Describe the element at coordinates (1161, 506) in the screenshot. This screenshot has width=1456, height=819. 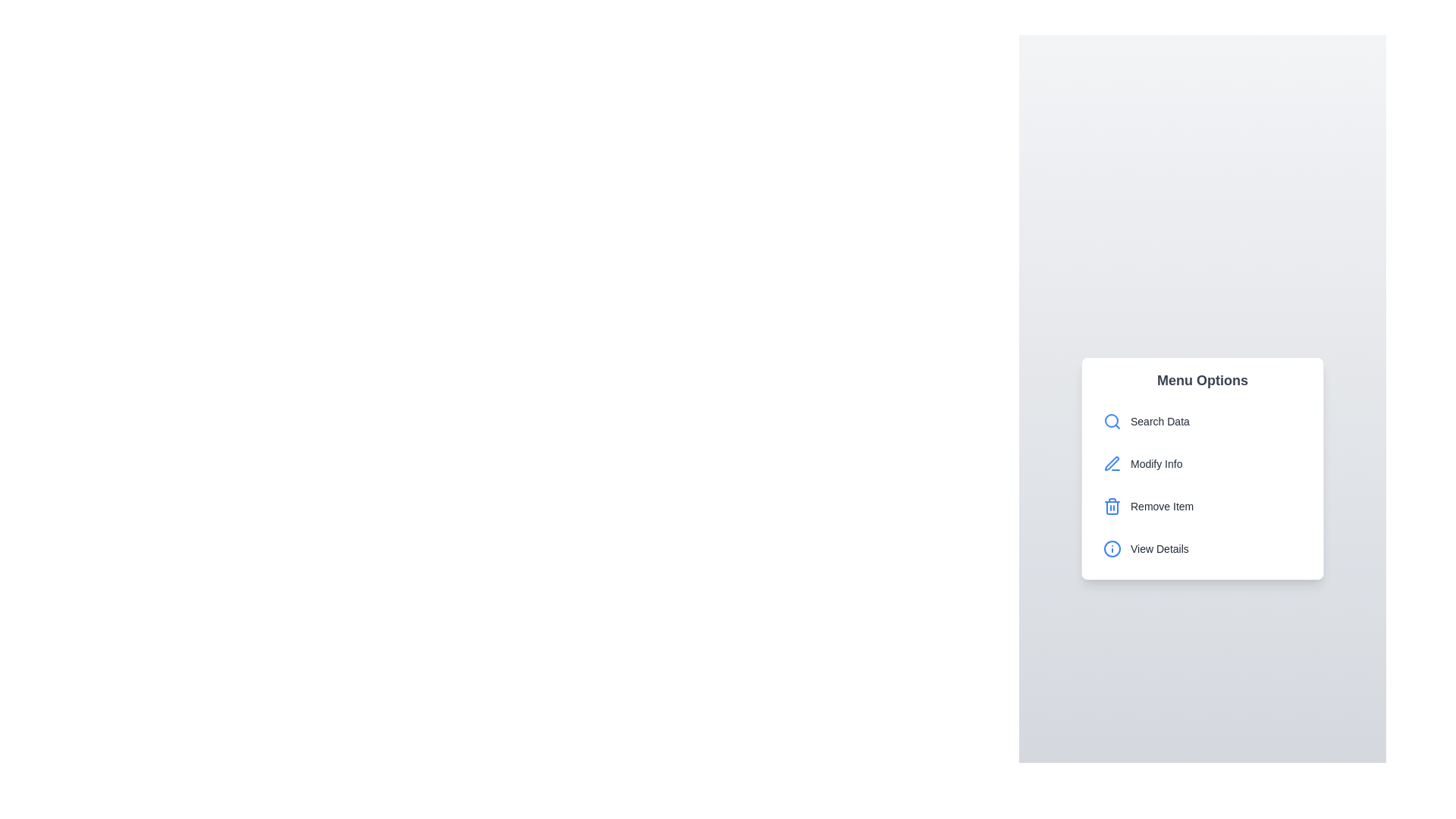
I see `the Text label that indicates the action to remove an item from a list, located in the third row of the 'Menu Options' vertical stack, to the right of a trash bin icon` at that location.